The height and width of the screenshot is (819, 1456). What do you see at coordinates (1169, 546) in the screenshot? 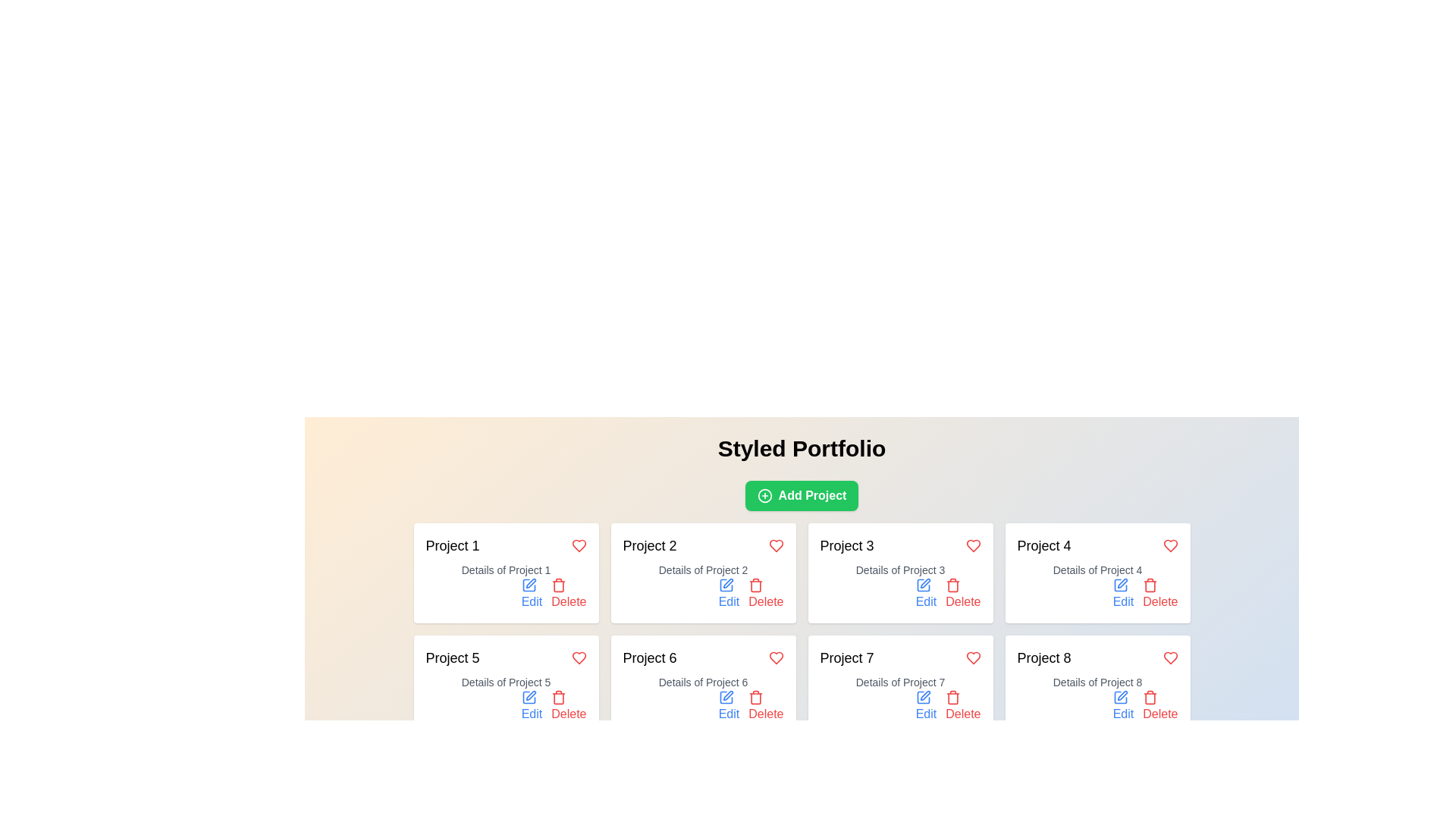
I see `the heart icon in the top-right corner of the 'Project 4' card to mark or unmark the project as favorite` at bounding box center [1169, 546].